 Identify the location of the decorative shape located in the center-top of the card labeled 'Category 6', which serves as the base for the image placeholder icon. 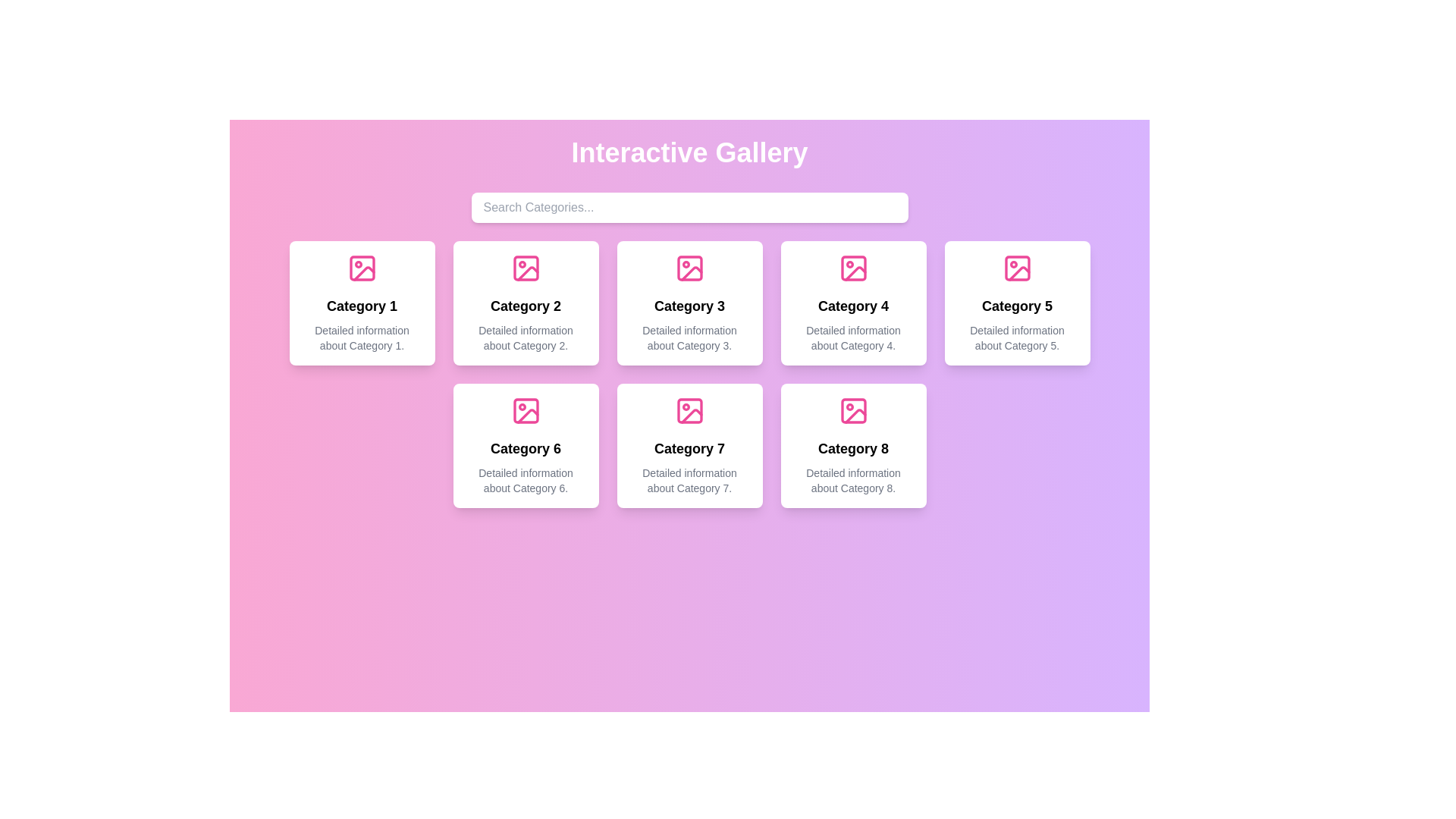
(526, 411).